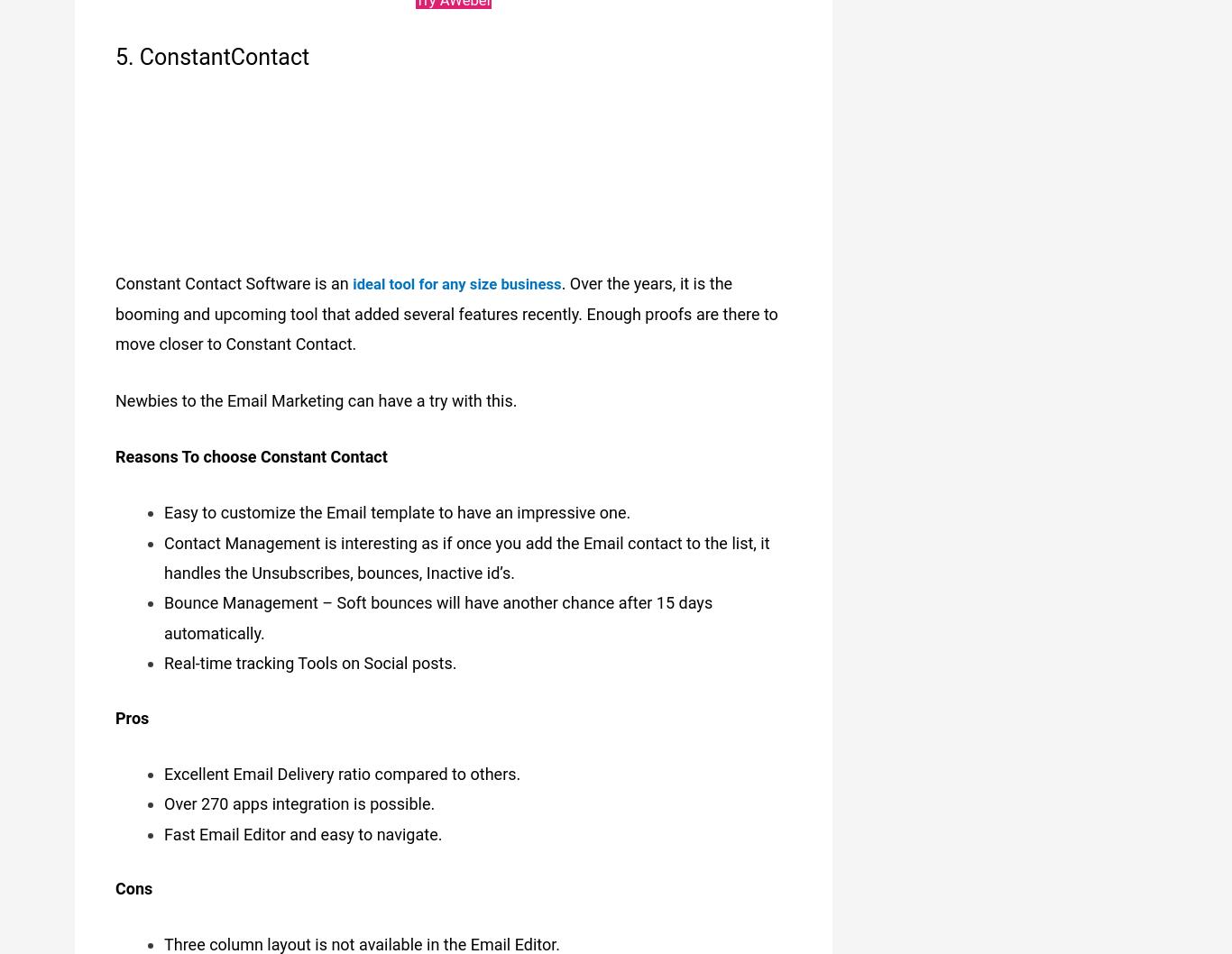 Image resolution: width=1232 pixels, height=954 pixels. I want to click on 'Excellent Email Delivery ratio compared to others.', so click(341, 764).